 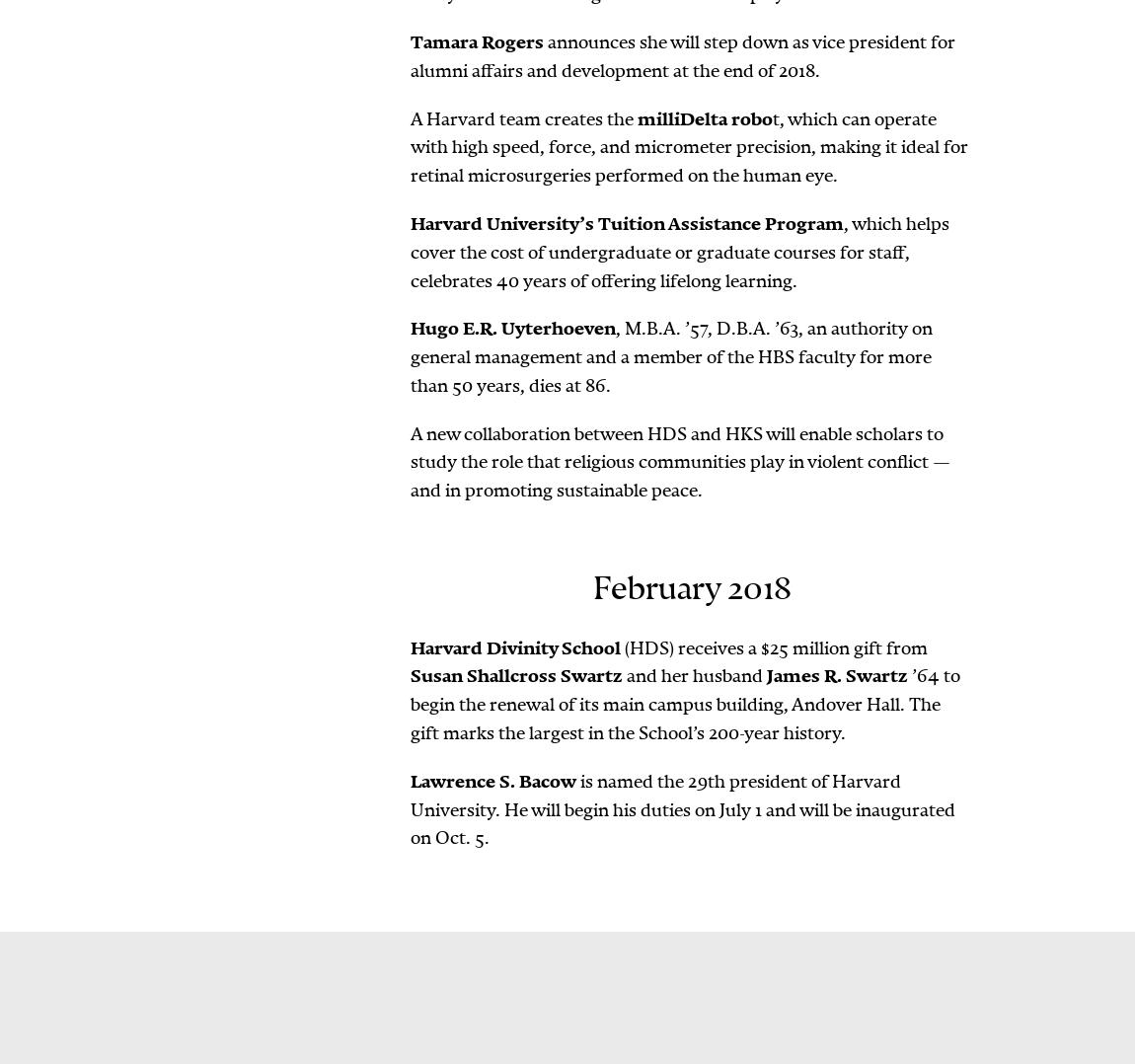 I want to click on 'James R. Swartz', so click(x=836, y=675).